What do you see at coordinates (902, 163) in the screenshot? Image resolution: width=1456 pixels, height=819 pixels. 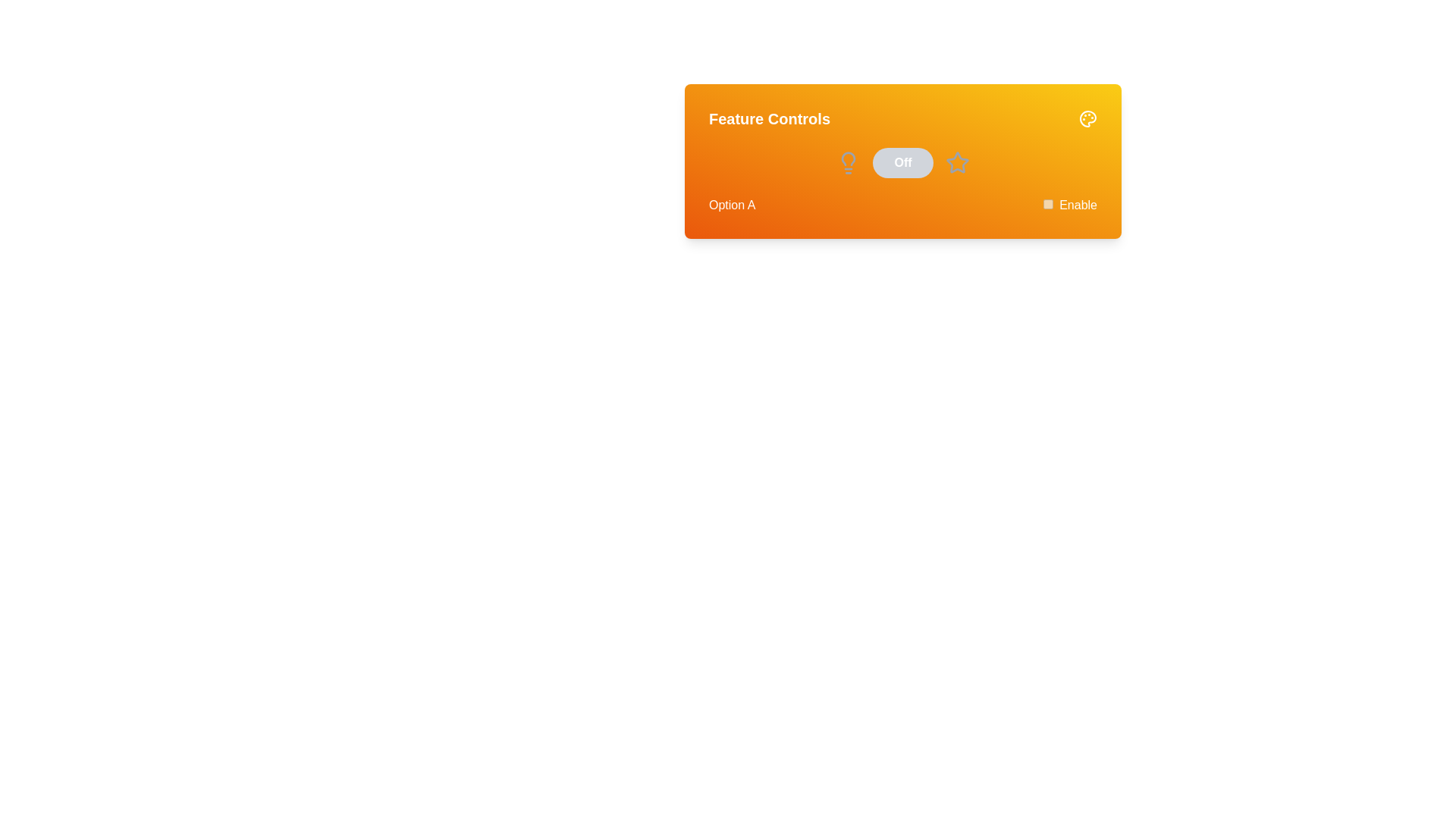 I see `the 'Off' button with a gray background and bold white text` at bounding box center [902, 163].